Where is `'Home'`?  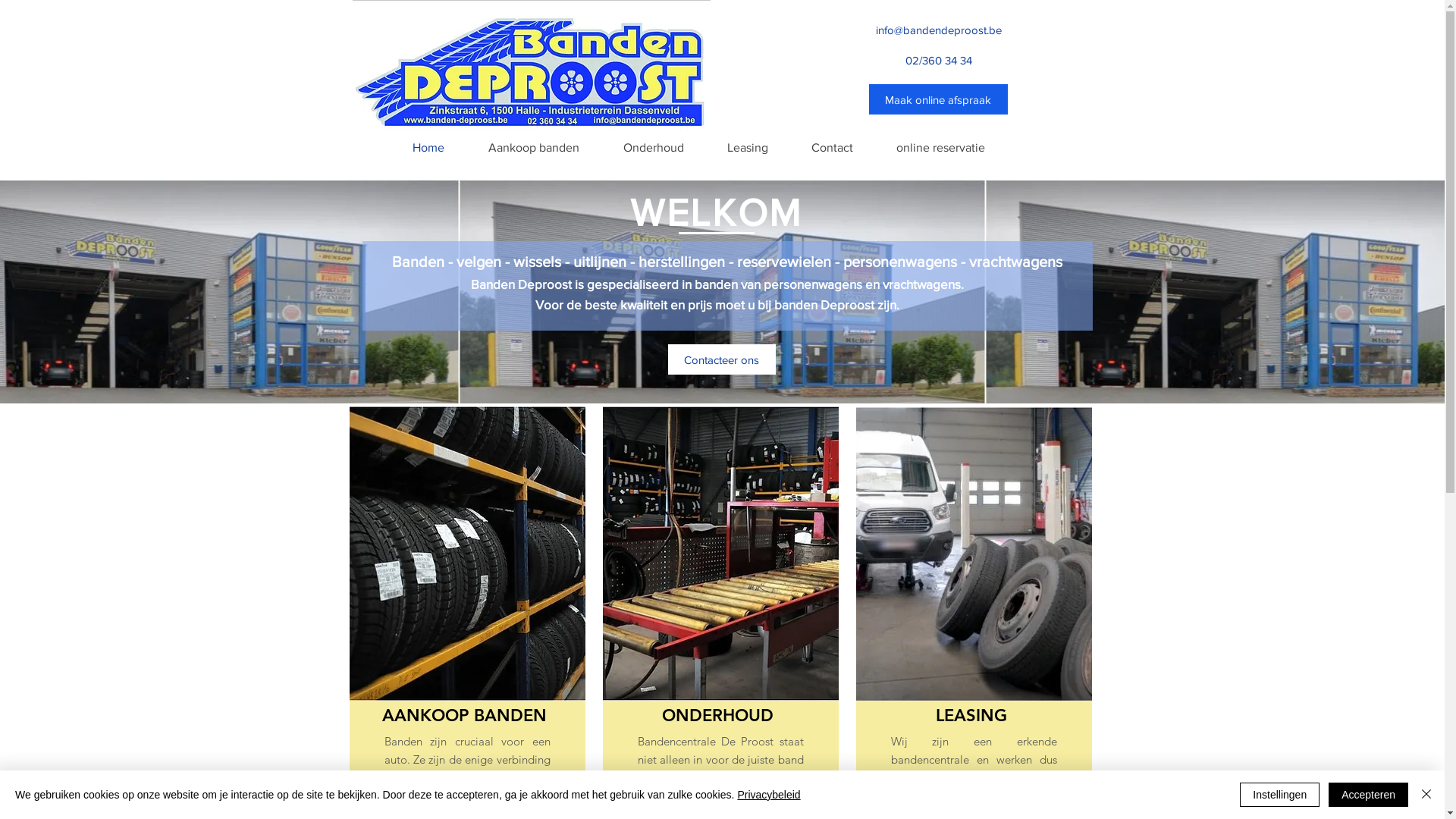
'Home' is located at coordinates (426, 148).